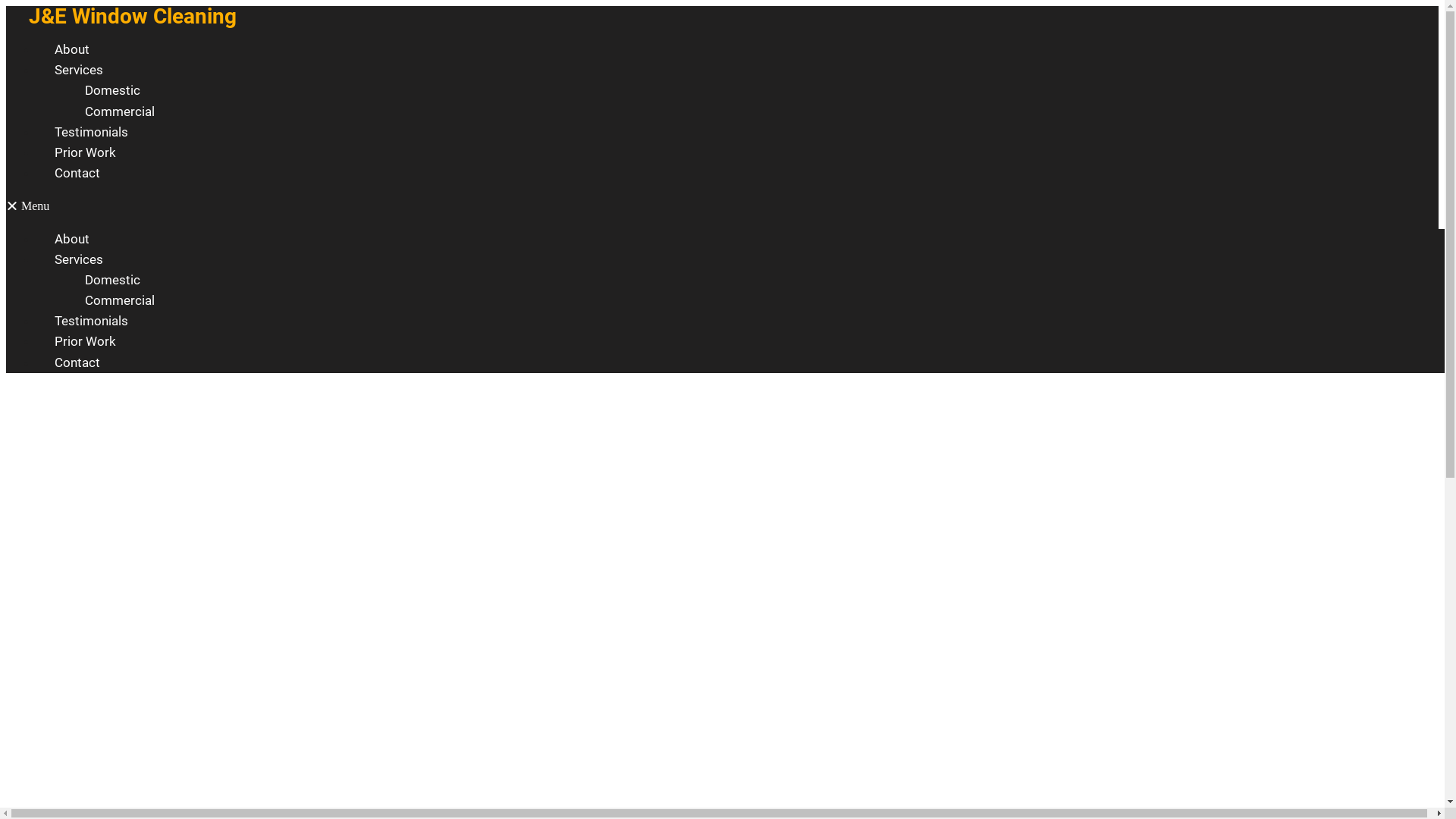 The height and width of the screenshot is (819, 1456). I want to click on 'Testimonials', so click(90, 130).